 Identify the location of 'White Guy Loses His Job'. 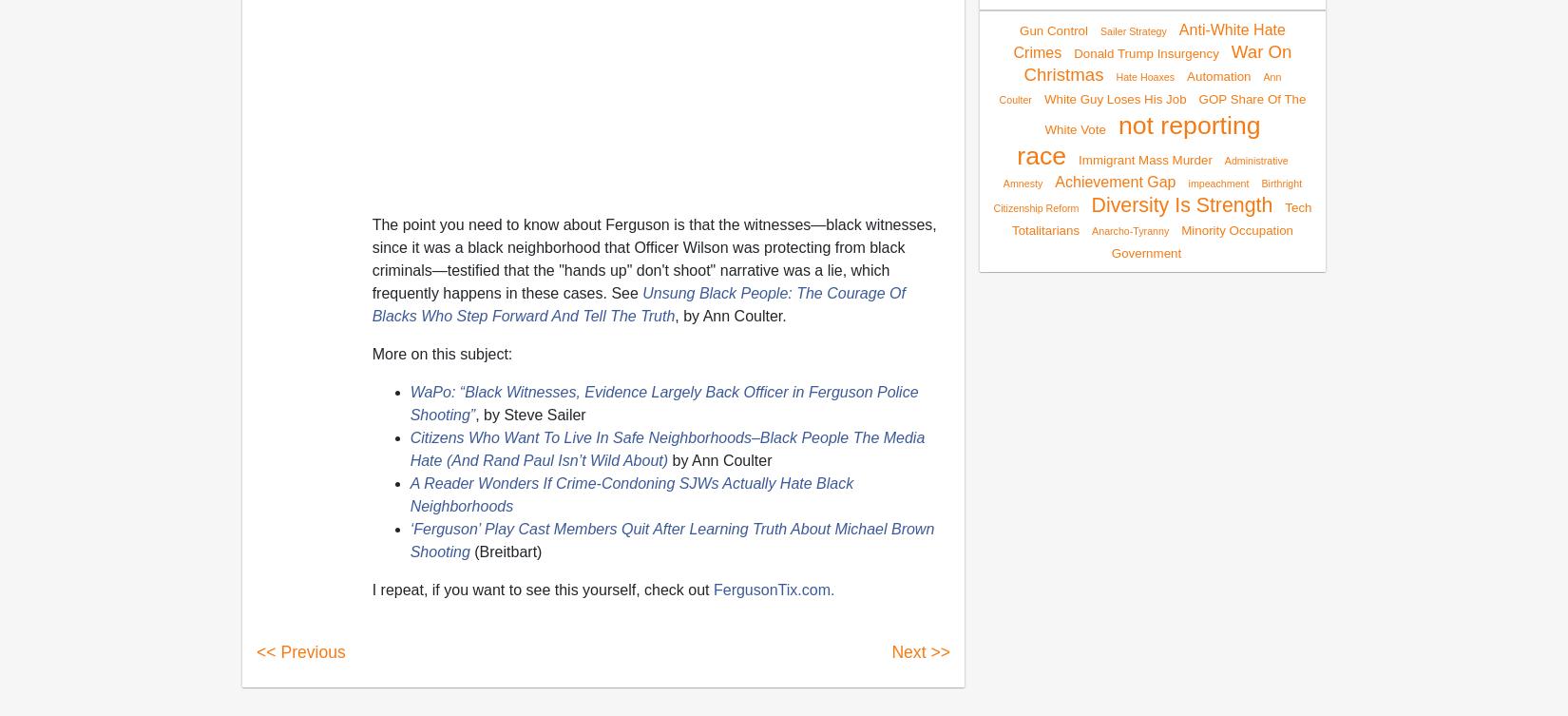
(1114, 98).